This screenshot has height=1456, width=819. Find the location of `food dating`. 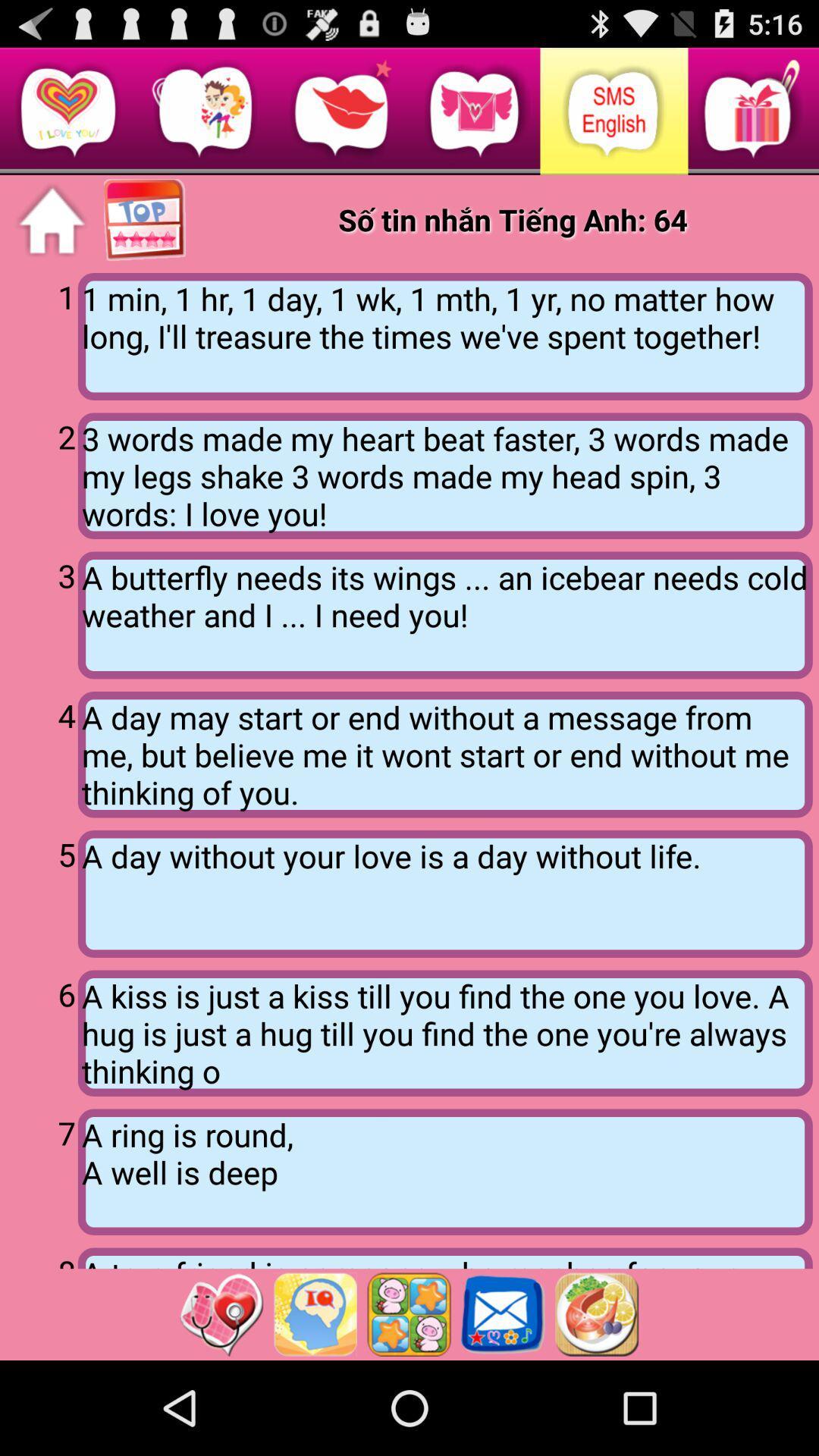

food dating is located at coordinates (596, 1313).